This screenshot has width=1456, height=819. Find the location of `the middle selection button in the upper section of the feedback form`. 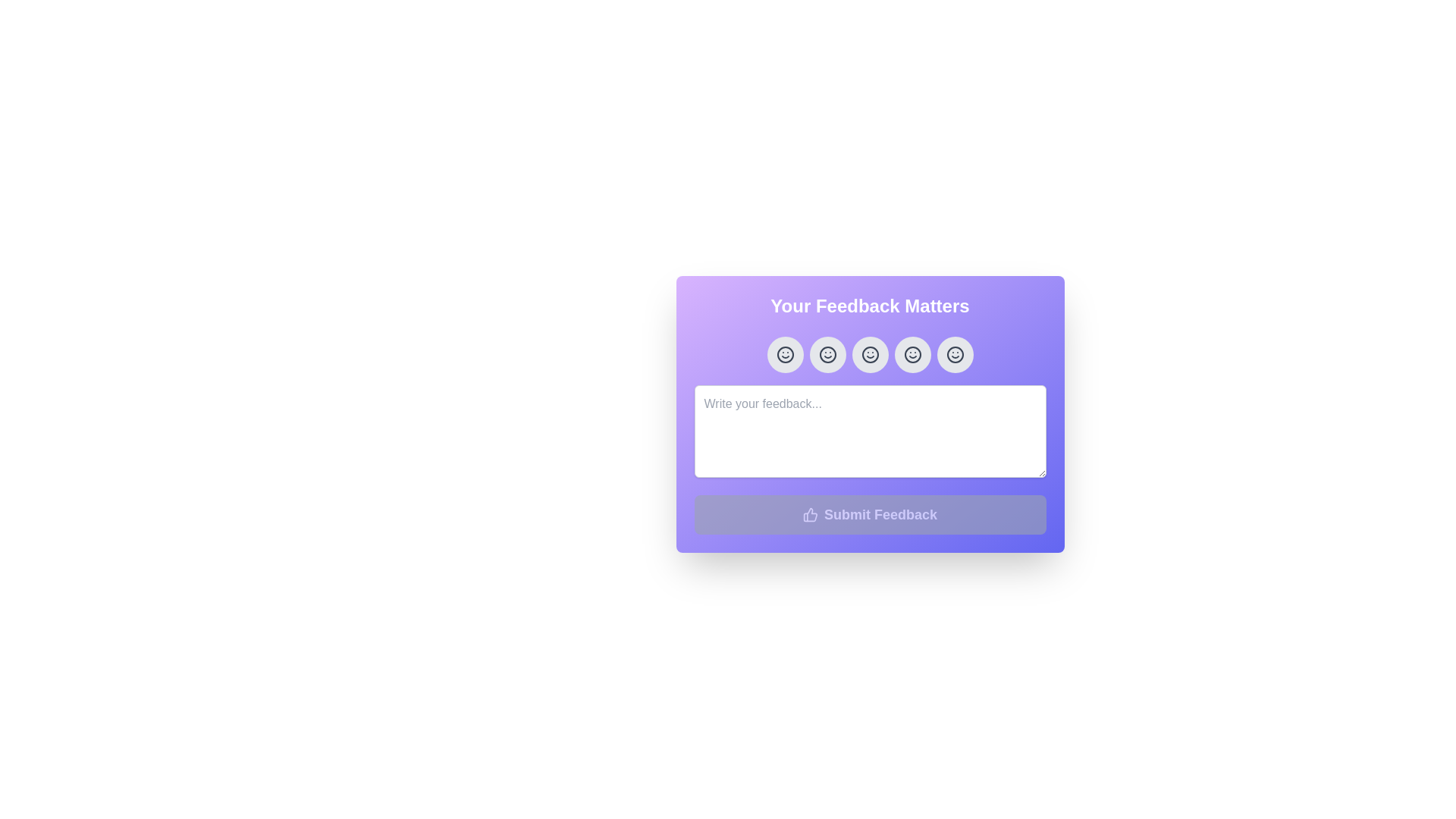

the middle selection button in the upper section of the feedback form is located at coordinates (870, 354).